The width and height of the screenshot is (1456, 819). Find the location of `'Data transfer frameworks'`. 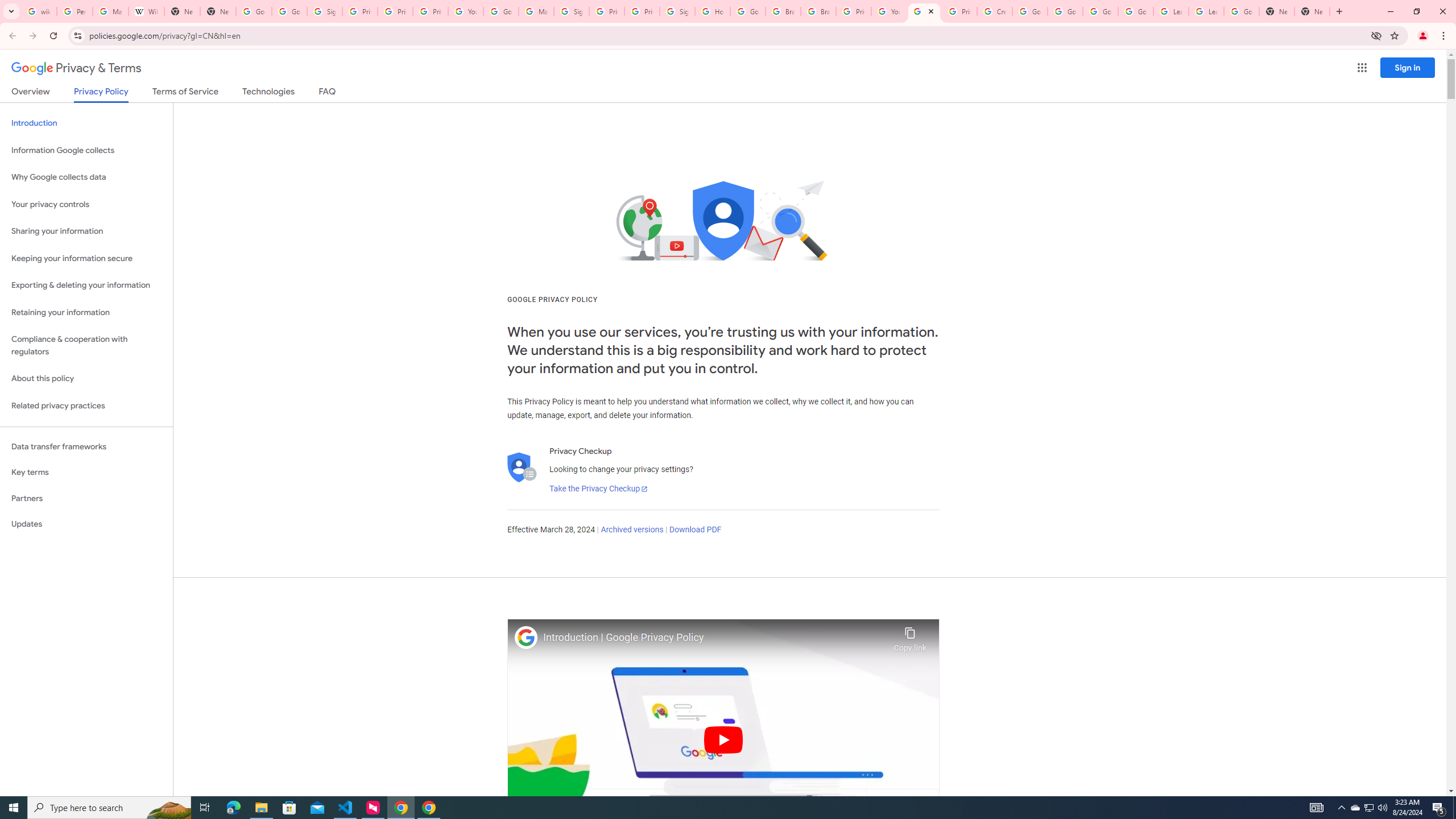

'Data transfer frameworks' is located at coordinates (86, 446).